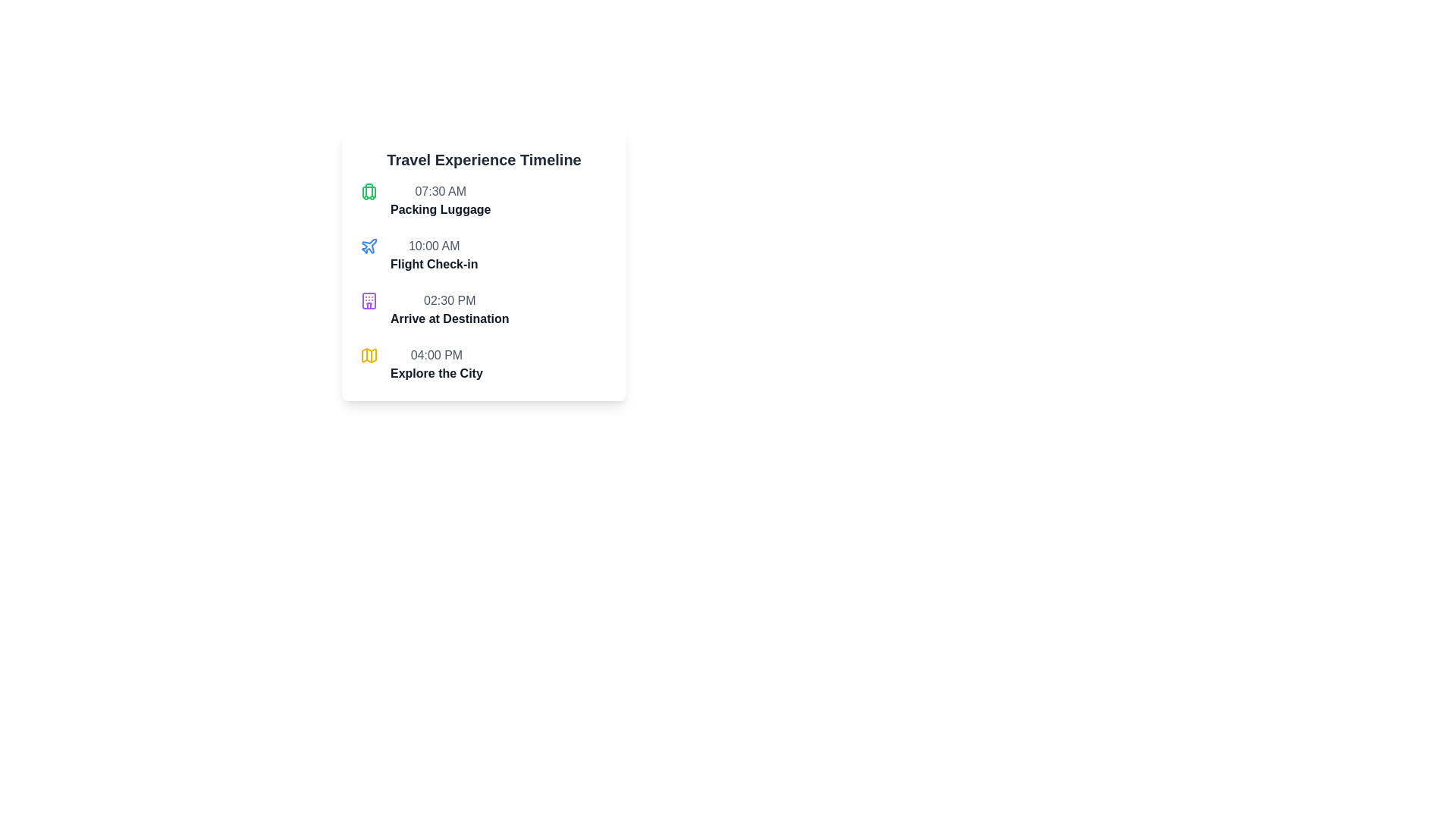 The width and height of the screenshot is (1456, 819). What do you see at coordinates (433, 263) in the screenshot?
I see `text 'Flight Check-in' which is displayed in bold, dark gray font located below the time '10:00 AM' in the timeline layout` at bounding box center [433, 263].